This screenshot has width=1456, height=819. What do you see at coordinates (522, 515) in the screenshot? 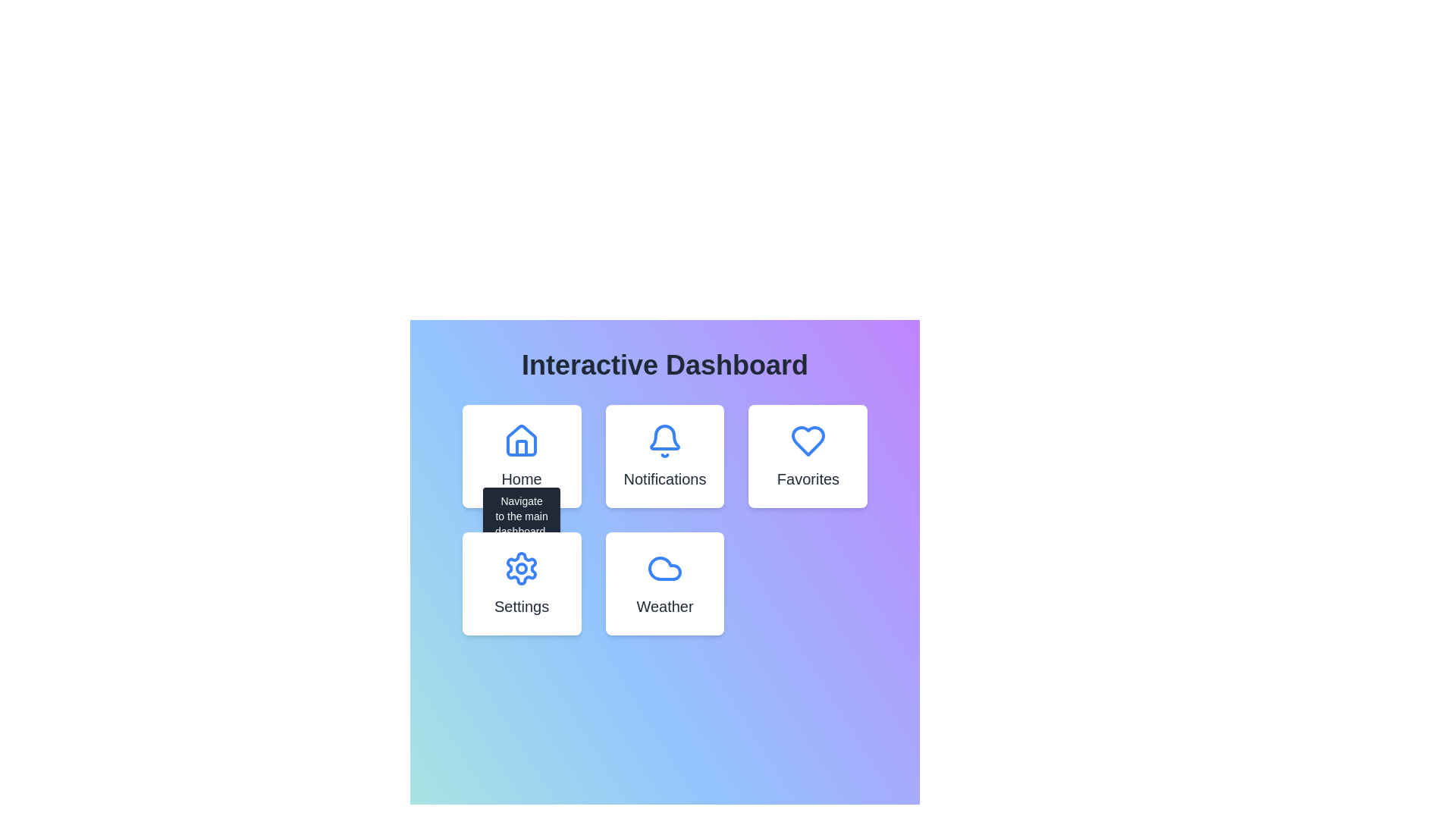
I see `text content of the tooltip that provides additional information about the 'Home' button, located below the 'Home' label in the dashboard interface` at bounding box center [522, 515].